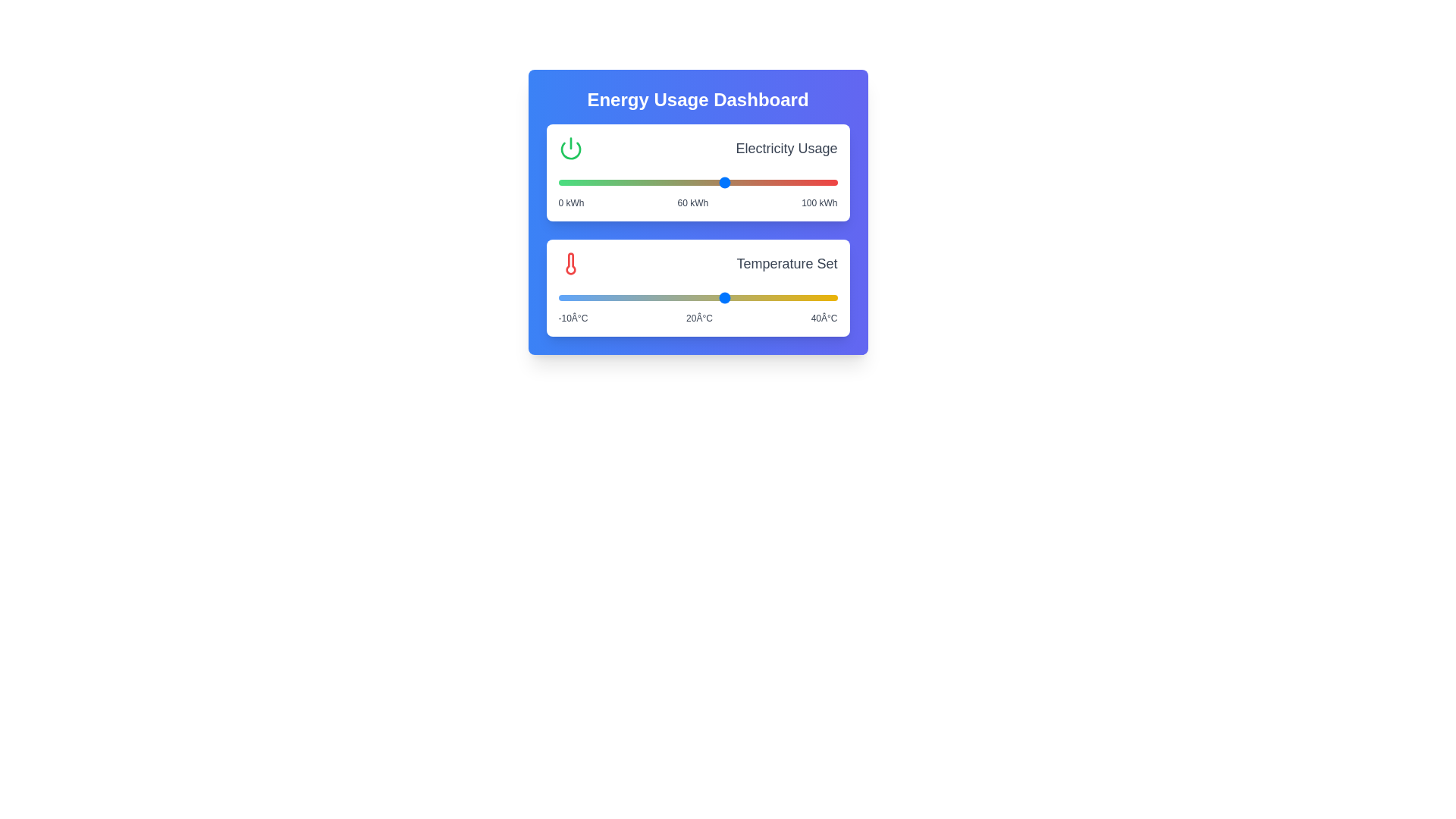 The width and height of the screenshot is (1456, 819). I want to click on the temperature slider to 32°C, so click(792, 298).